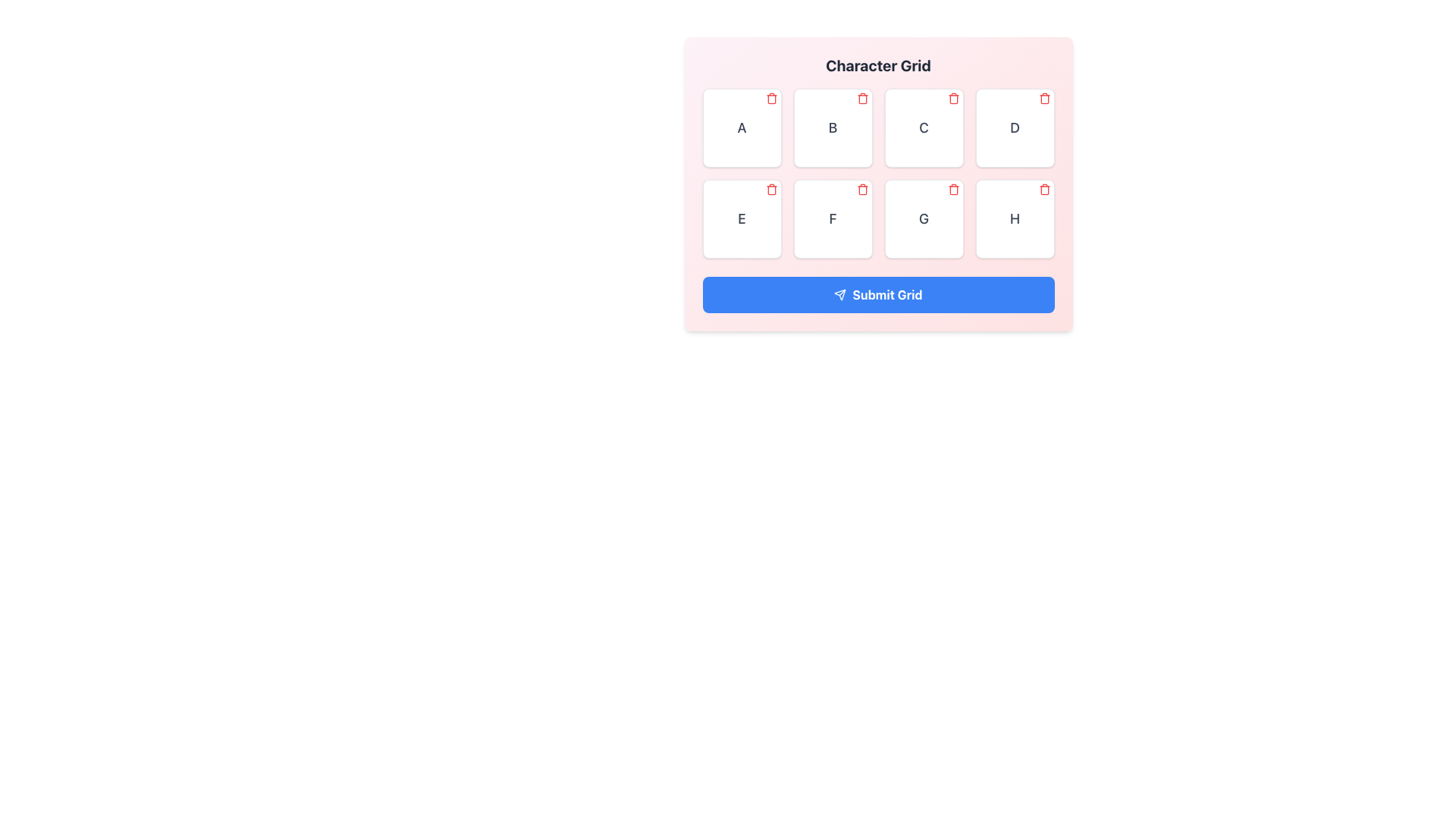  I want to click on the character selection box located in the third position of the top row in the character grid, so click(923, 127).